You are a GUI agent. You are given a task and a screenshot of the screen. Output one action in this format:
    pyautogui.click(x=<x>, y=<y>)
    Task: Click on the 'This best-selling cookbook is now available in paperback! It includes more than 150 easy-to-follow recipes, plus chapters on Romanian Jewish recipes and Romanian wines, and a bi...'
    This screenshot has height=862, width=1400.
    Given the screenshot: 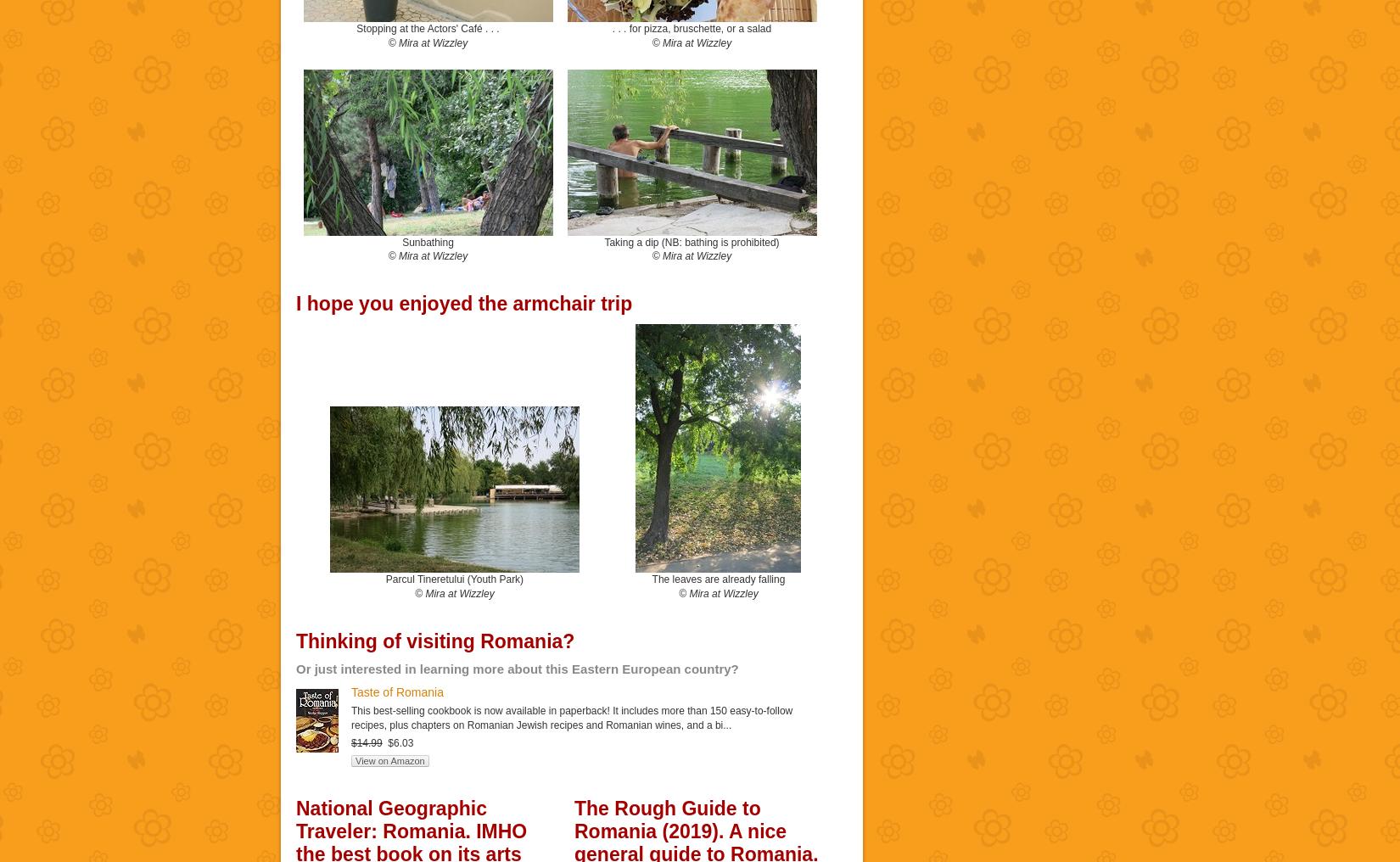 What is the action you would take?
    pyautogui.click(x=571, y=718)
    